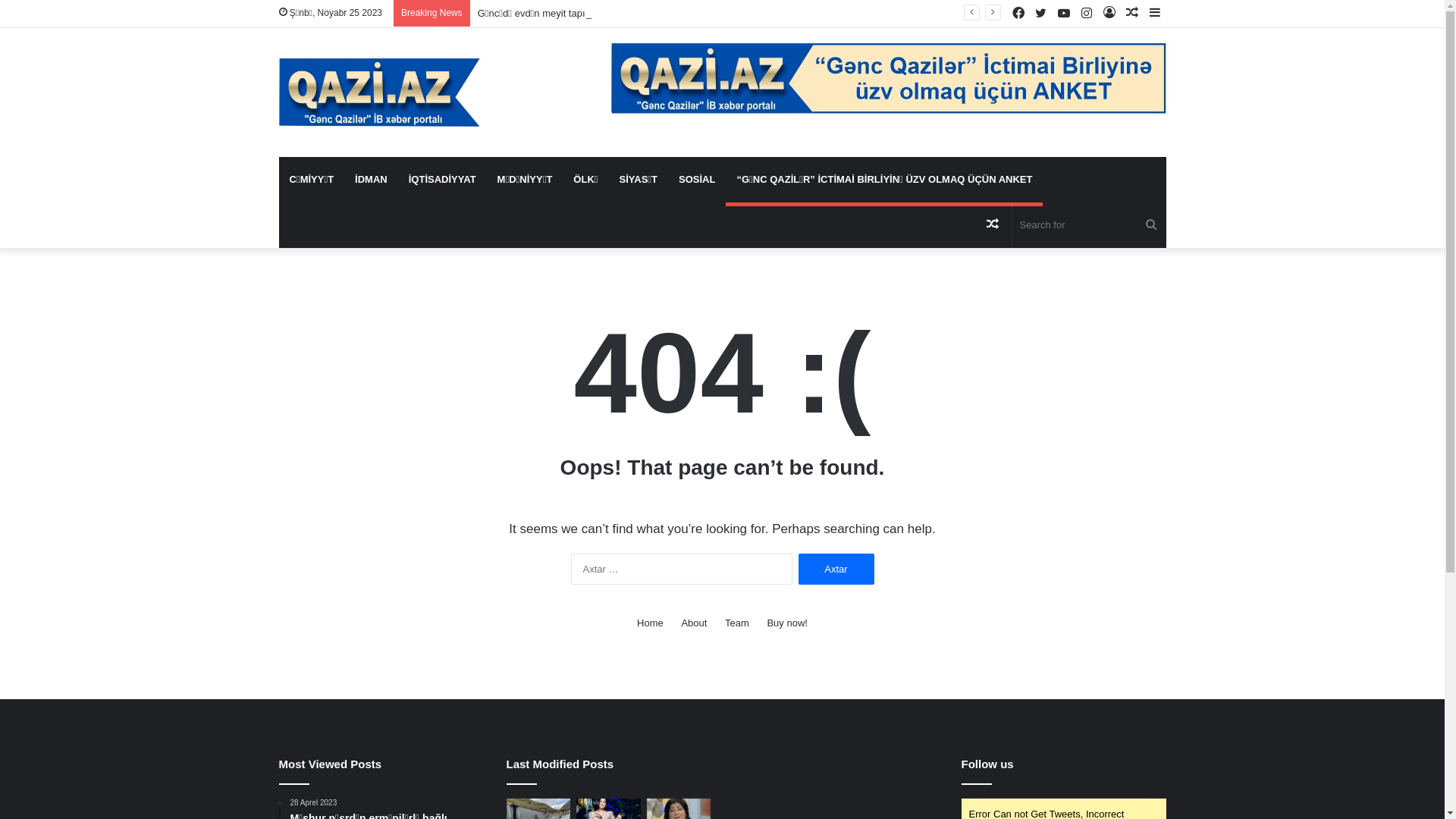 The image size is (1456, 819). What do you see at coordinates (1040, 14) in the screenshot?
I see `'Twitter'` at bounding box center [1040, 14].